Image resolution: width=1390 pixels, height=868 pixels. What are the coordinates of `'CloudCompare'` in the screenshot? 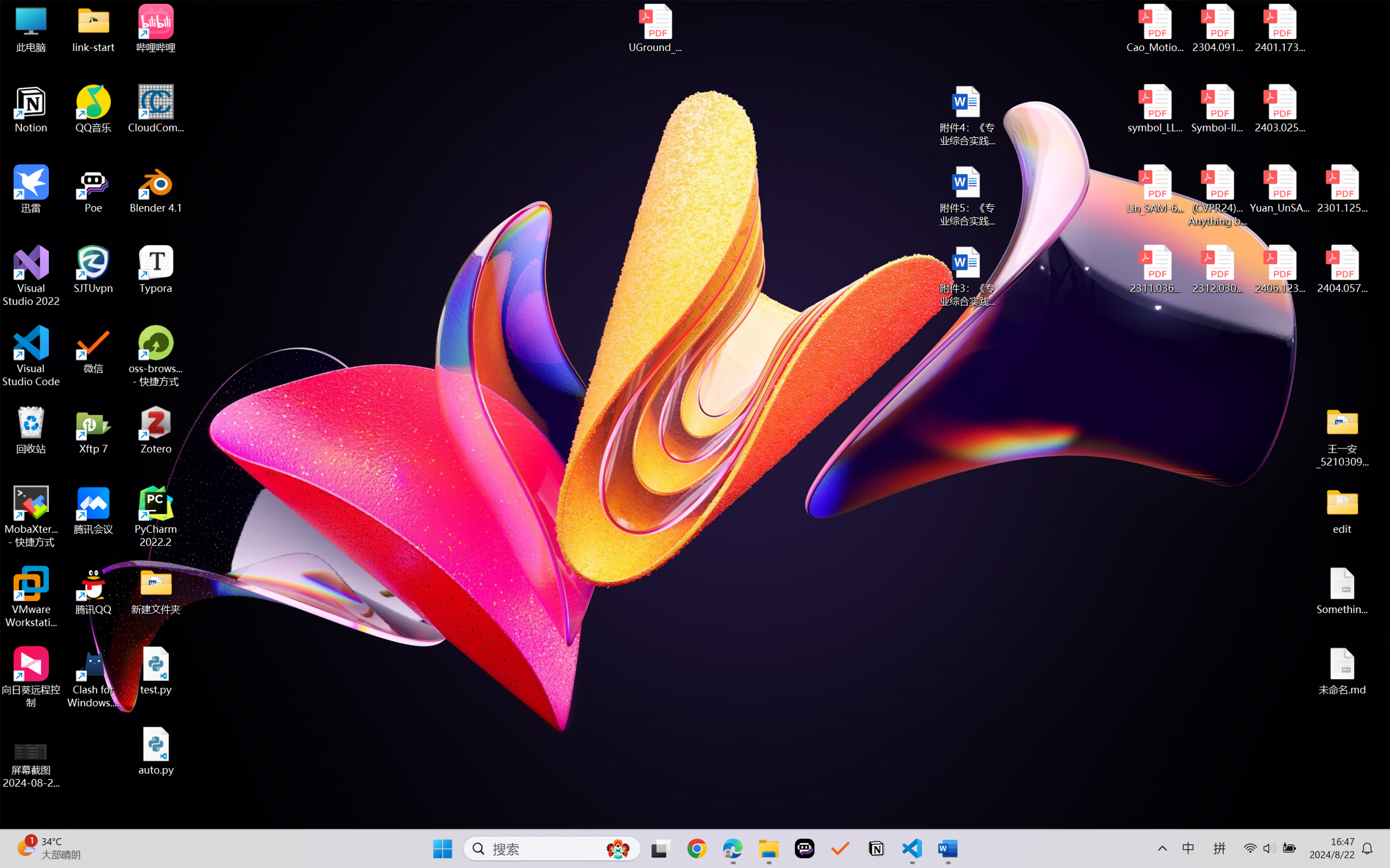 It's located at (156, 109).